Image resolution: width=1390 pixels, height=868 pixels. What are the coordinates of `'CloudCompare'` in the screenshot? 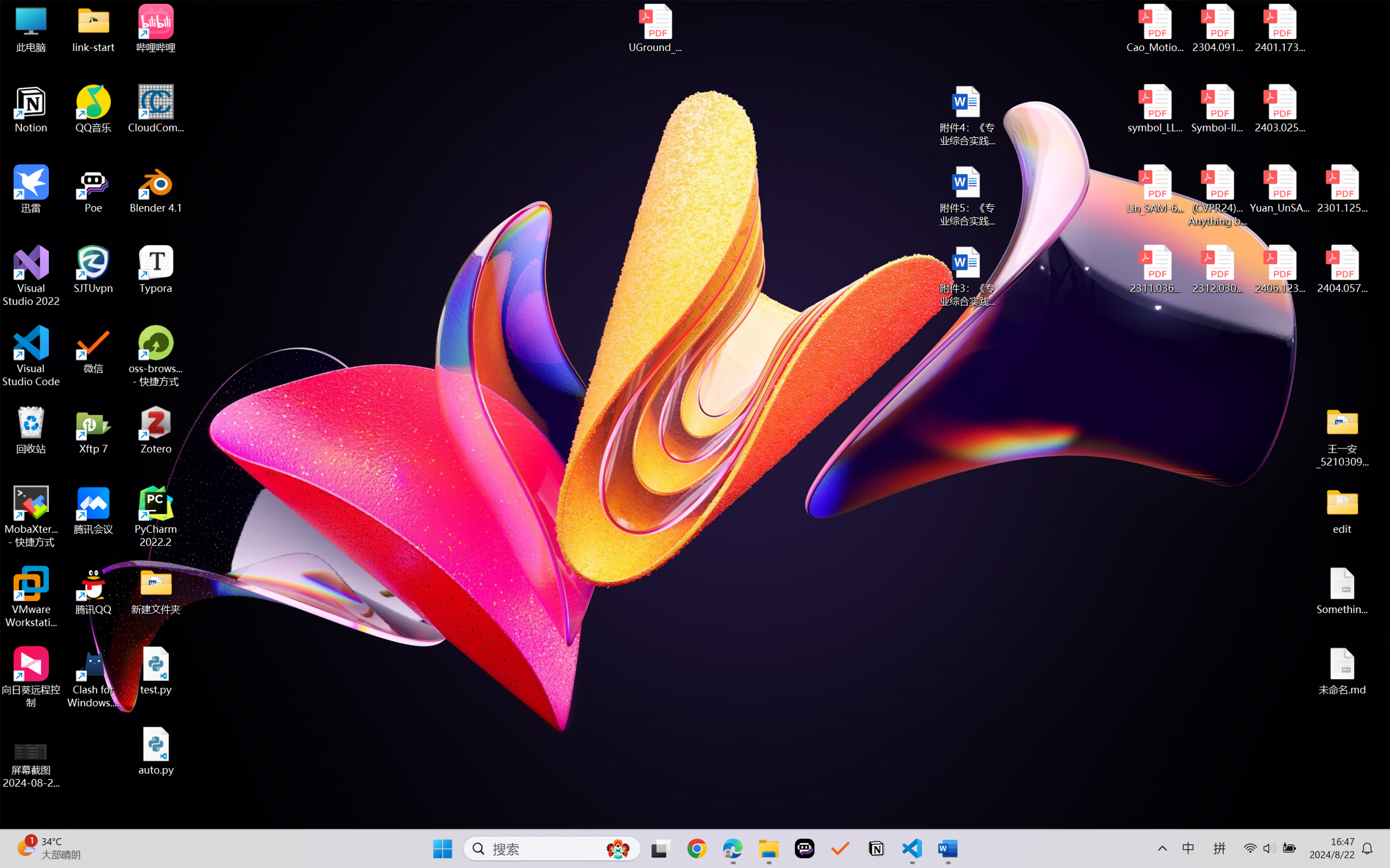 It's located at (156, 109).